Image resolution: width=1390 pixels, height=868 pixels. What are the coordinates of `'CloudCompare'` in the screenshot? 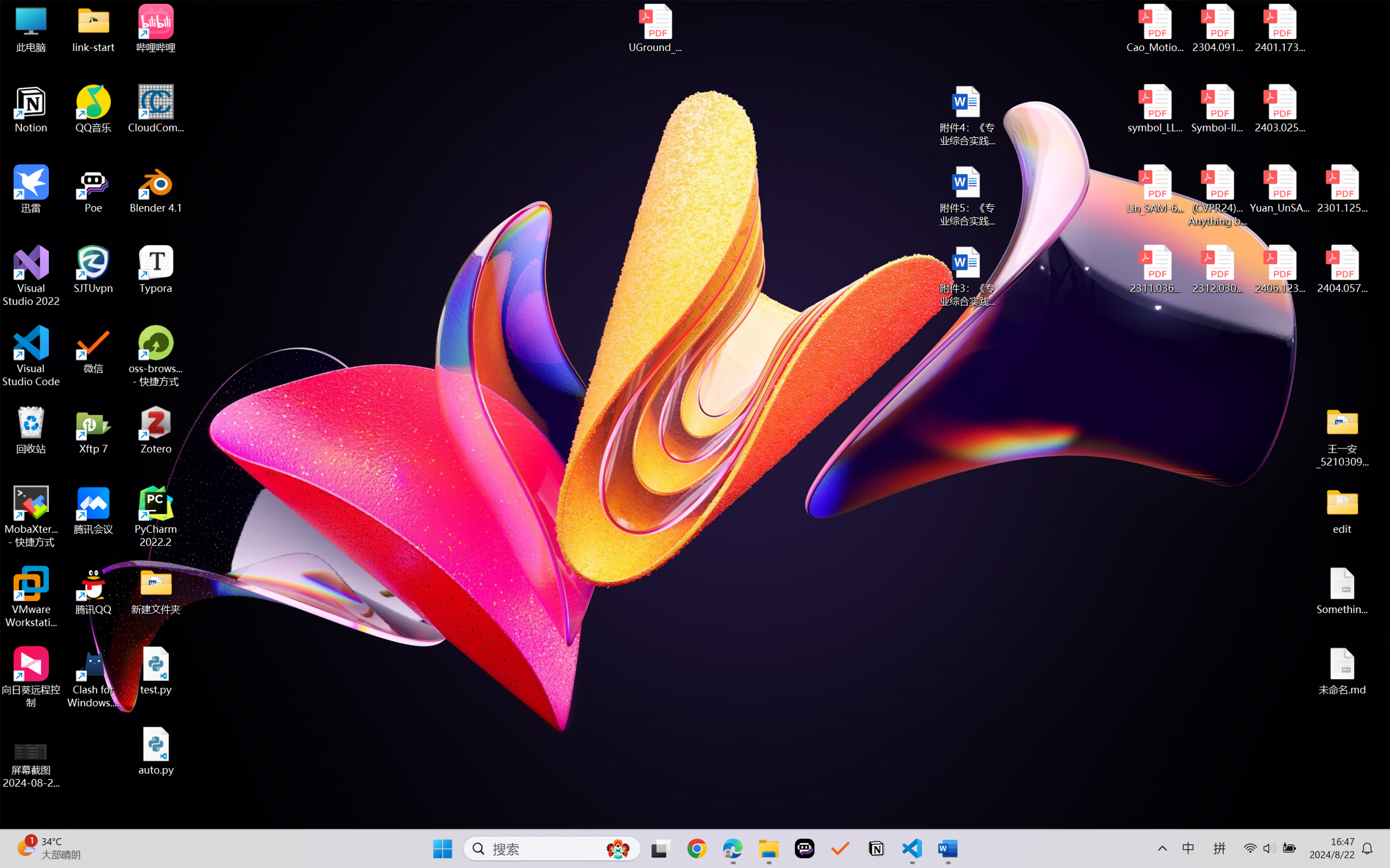 It's located at (156, 109).